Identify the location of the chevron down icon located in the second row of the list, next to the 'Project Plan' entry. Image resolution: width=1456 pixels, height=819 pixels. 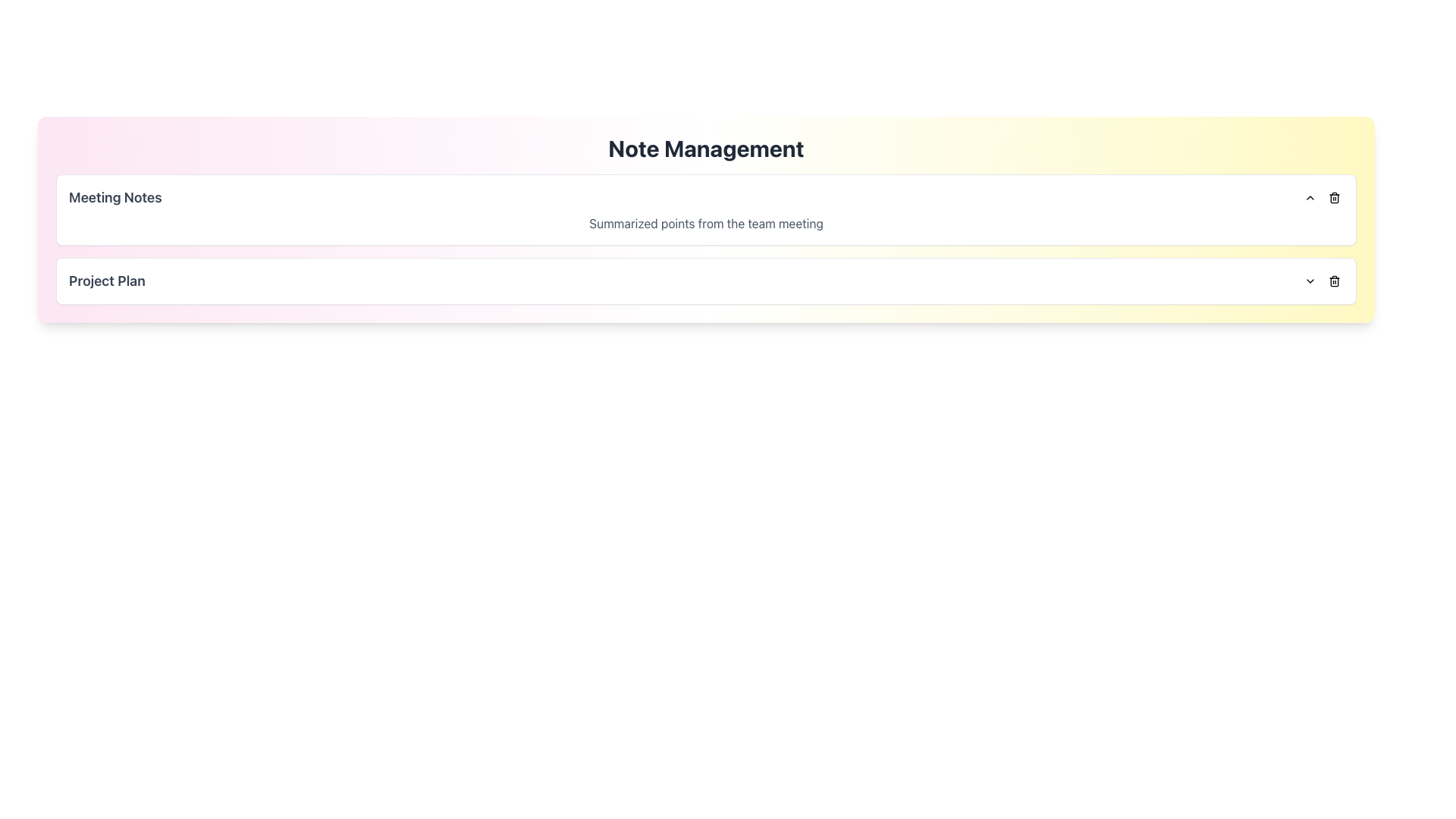
(1310, 281).